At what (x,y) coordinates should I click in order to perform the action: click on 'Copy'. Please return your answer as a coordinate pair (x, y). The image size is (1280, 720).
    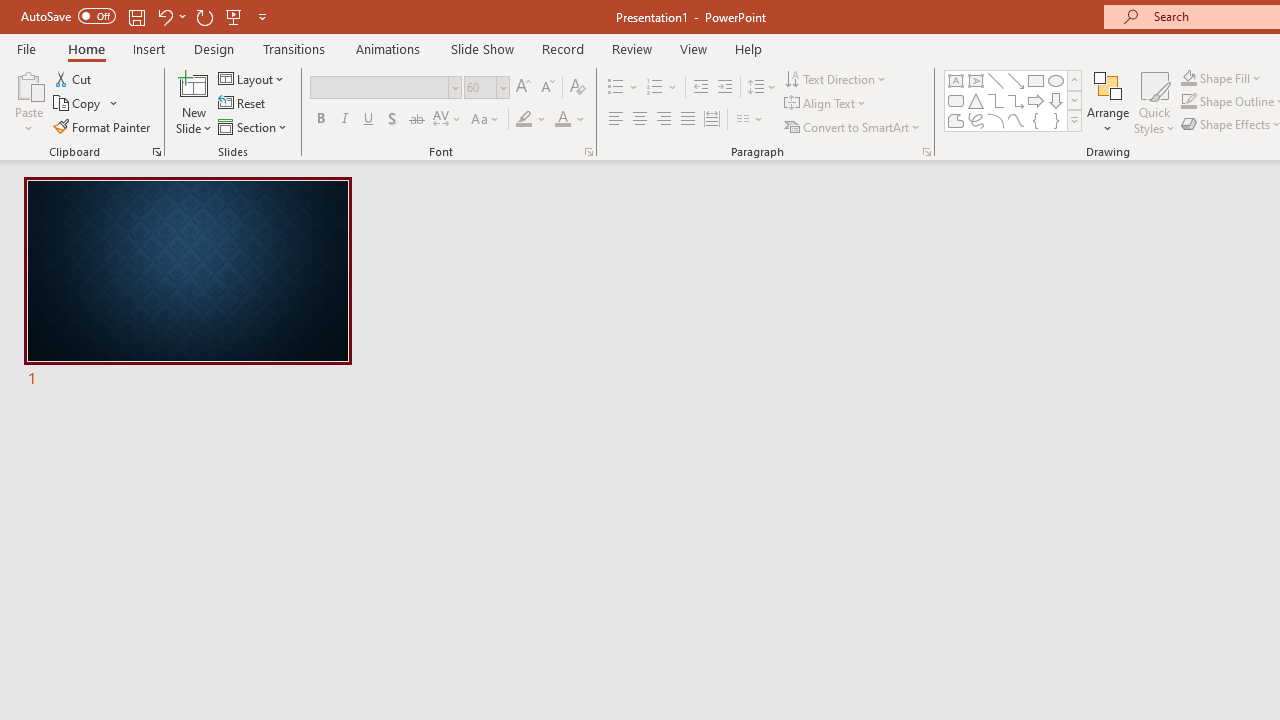
    Looking at the image, I should click on (85, 103).